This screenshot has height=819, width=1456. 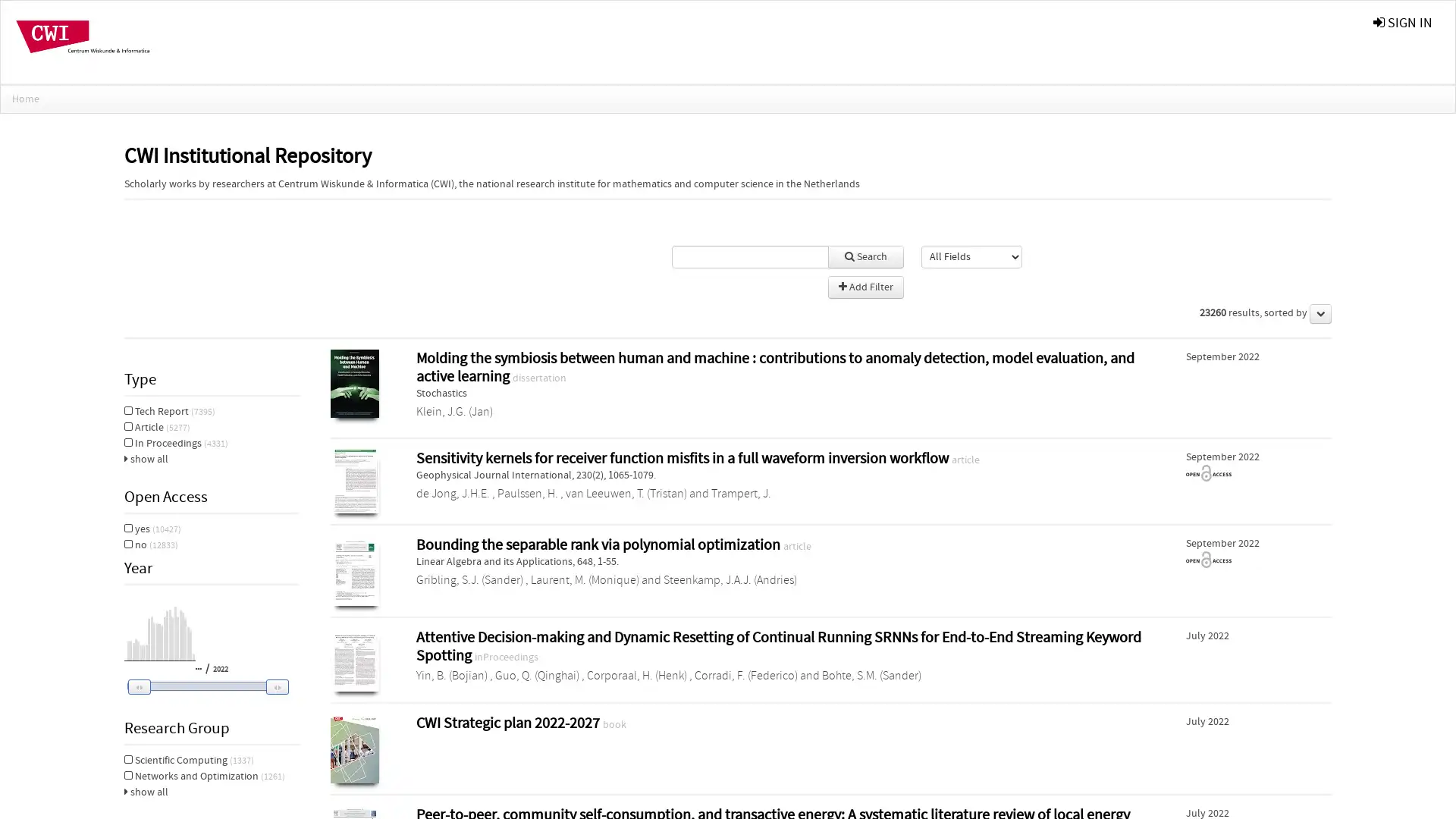 I want to click on Search, so click(x=865, y=256).